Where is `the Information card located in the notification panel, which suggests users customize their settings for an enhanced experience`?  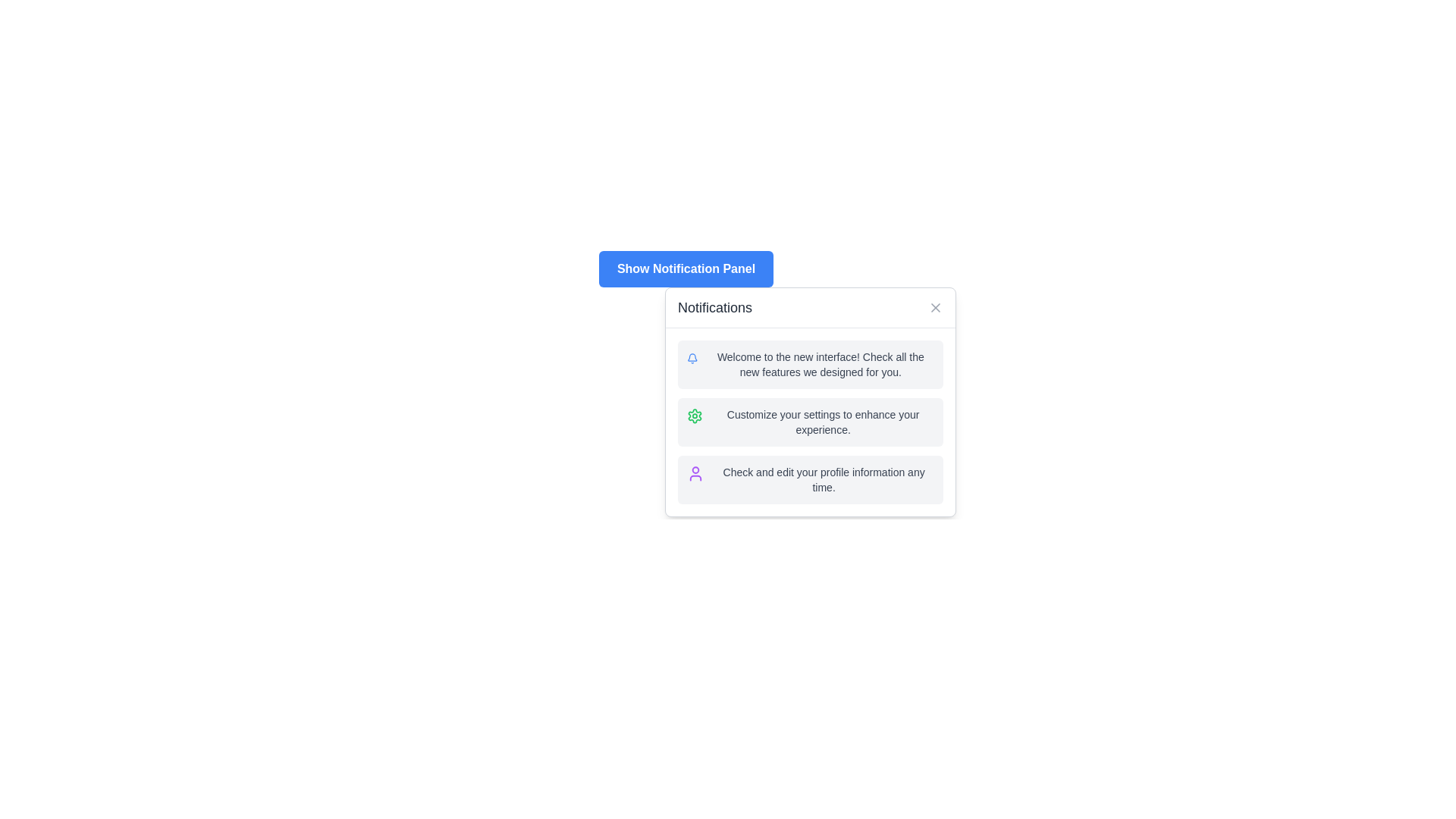 the Information card located in the notification panel, which suggests users customize their settings for an enhanced experience is located at coordinates (810, 422).